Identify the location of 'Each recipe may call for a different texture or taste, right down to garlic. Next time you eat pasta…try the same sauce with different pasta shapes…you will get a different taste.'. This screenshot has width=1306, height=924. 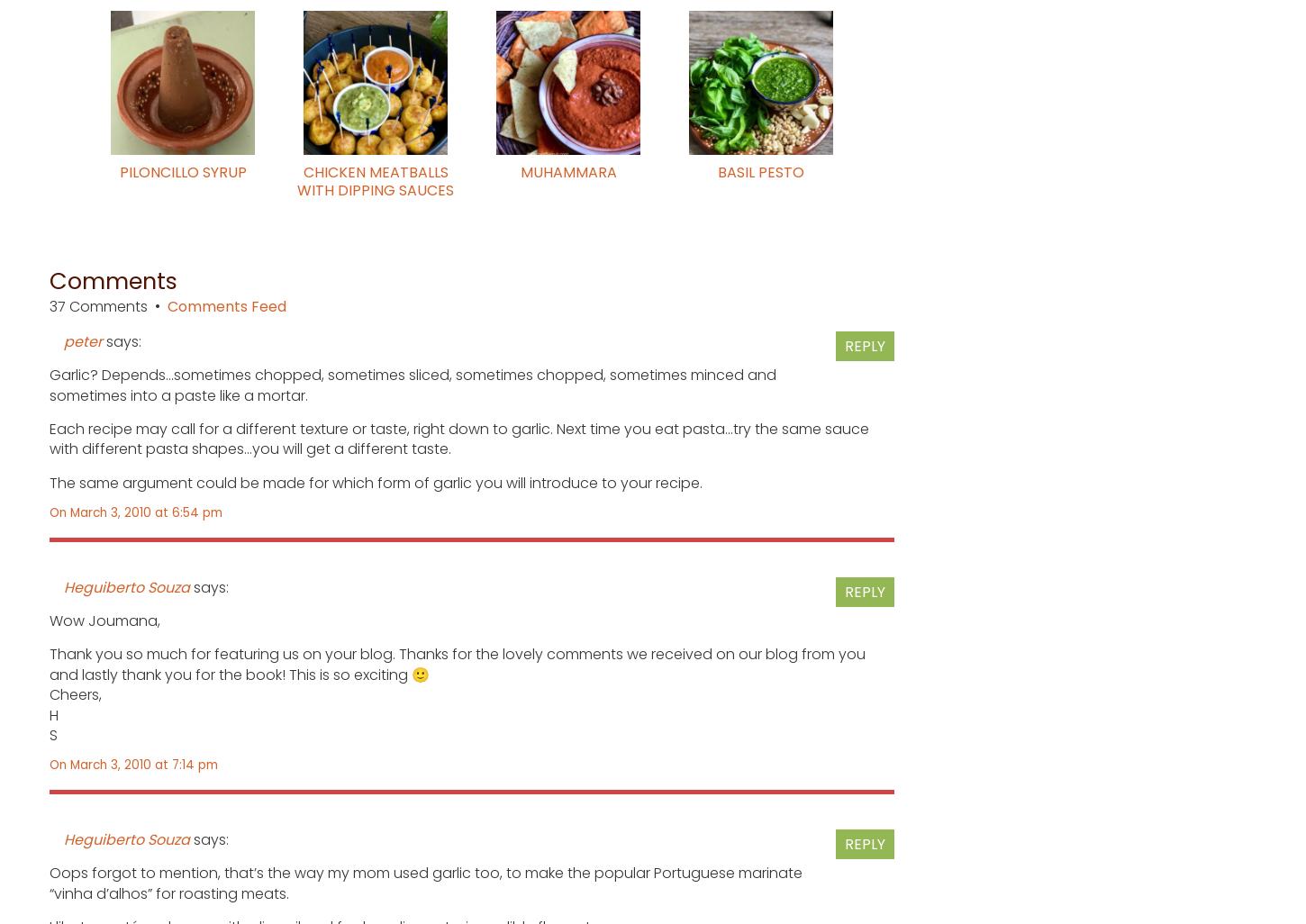
(458, 438).